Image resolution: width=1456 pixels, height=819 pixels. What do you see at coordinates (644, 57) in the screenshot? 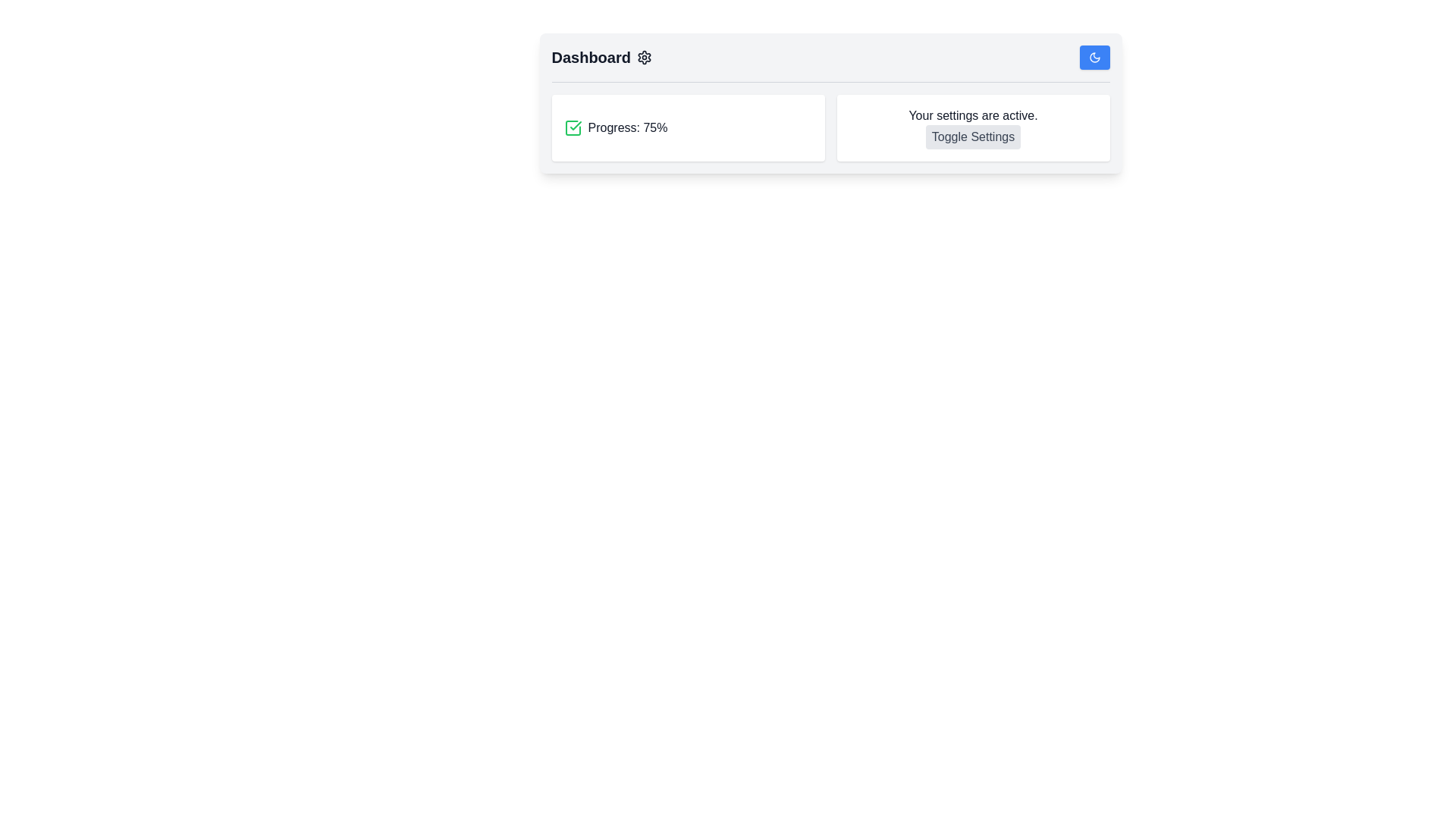
I see `the Settings icon located in the header section of the application, positioned directly to the right of the 'Dashboard' text` at bounding box center [644, 57].